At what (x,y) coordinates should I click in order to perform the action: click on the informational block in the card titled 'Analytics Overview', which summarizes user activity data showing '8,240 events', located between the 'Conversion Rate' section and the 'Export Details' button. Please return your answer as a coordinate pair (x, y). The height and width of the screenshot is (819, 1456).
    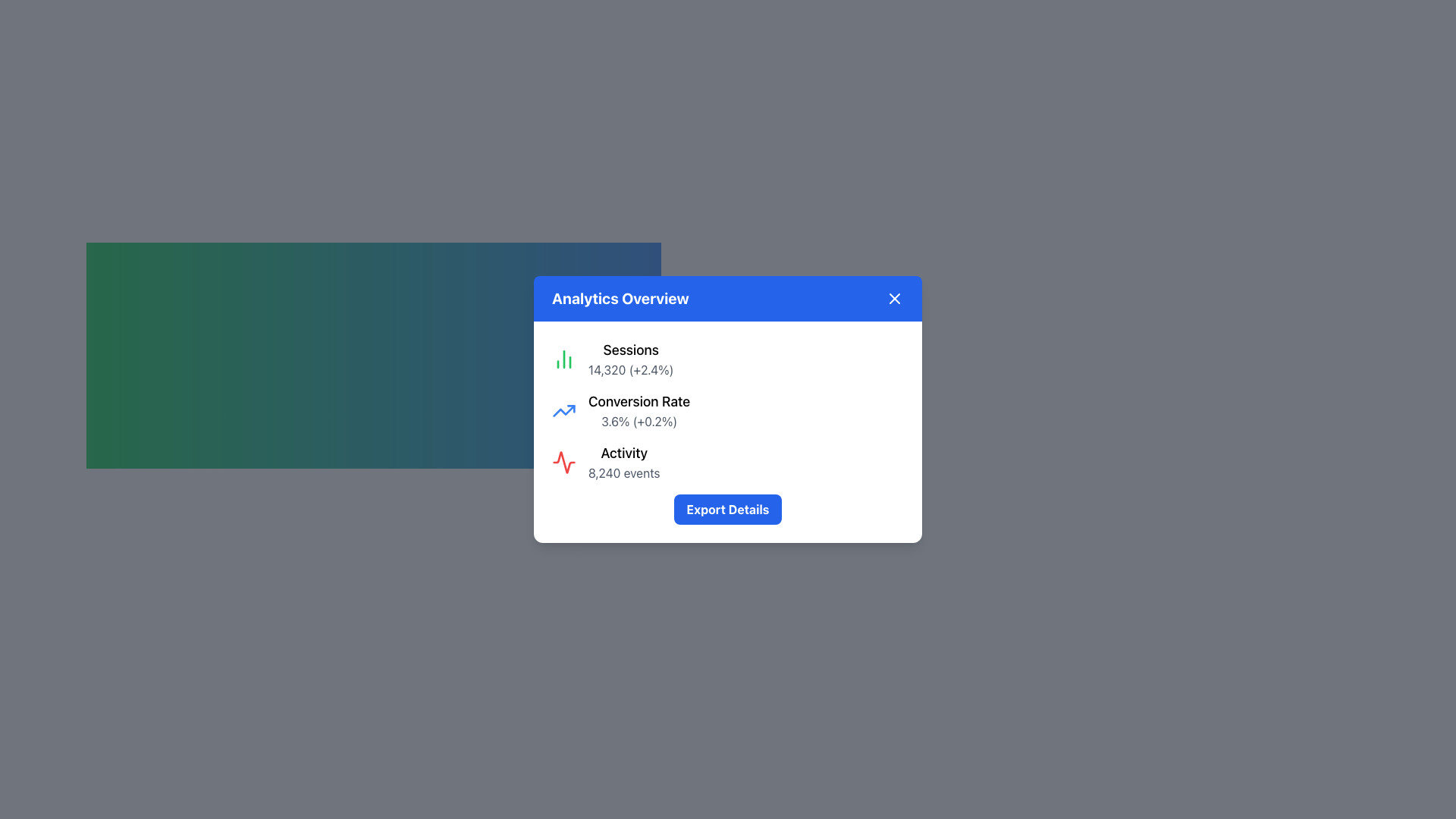
    Looking at the image, I should click on (728, 461).